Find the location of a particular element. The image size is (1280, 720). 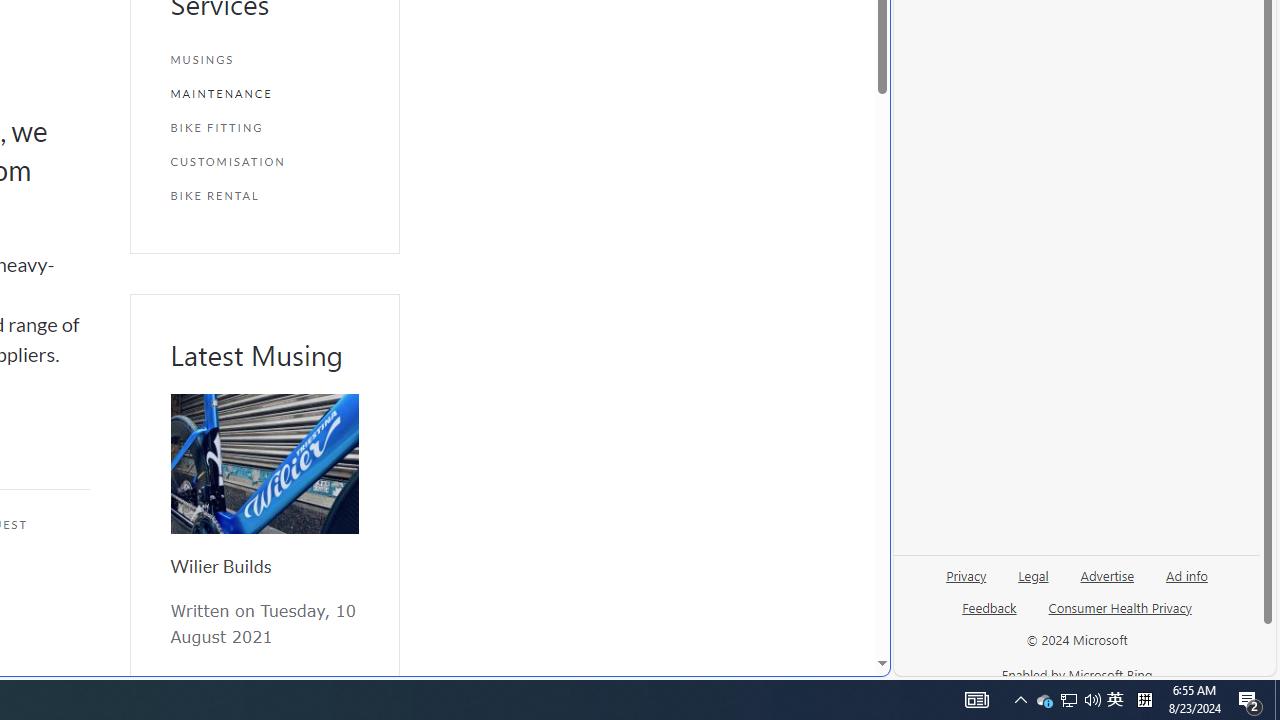

'BIKE RENTAL' is located at coordinates (263, 195).